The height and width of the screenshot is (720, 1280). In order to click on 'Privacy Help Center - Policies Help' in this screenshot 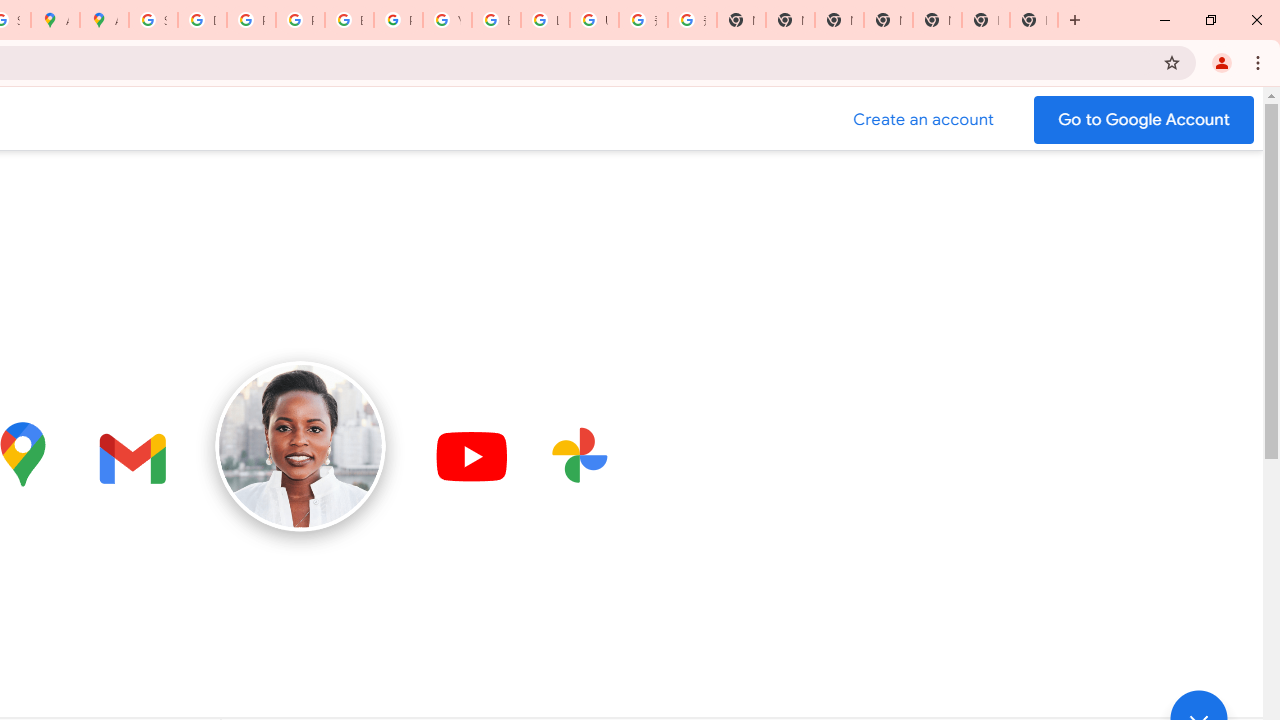, I will do `click(299, 20)`.